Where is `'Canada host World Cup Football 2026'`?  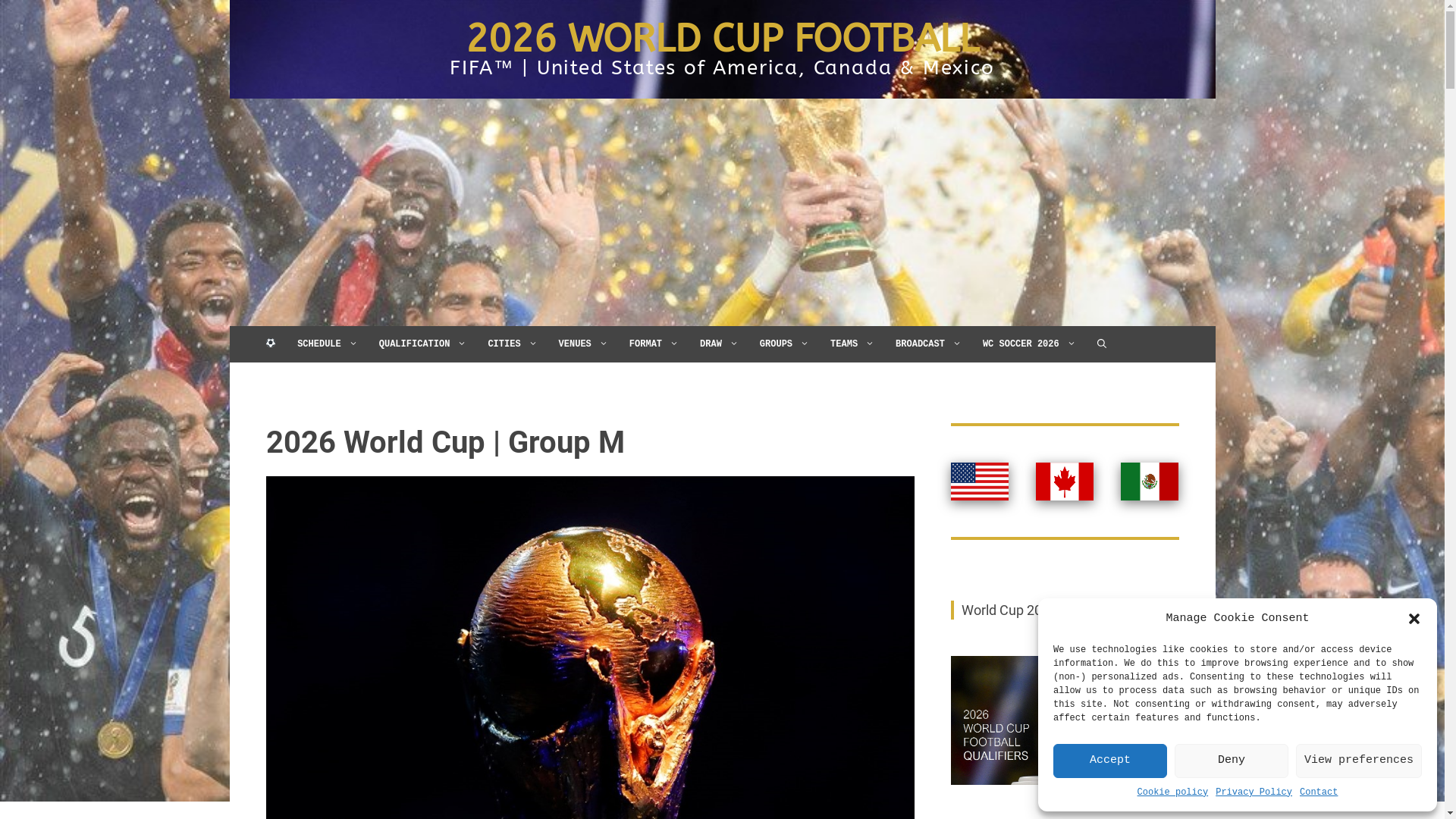 'Canada host World Cup Football 2026' is located at coordinates (1063, 482).